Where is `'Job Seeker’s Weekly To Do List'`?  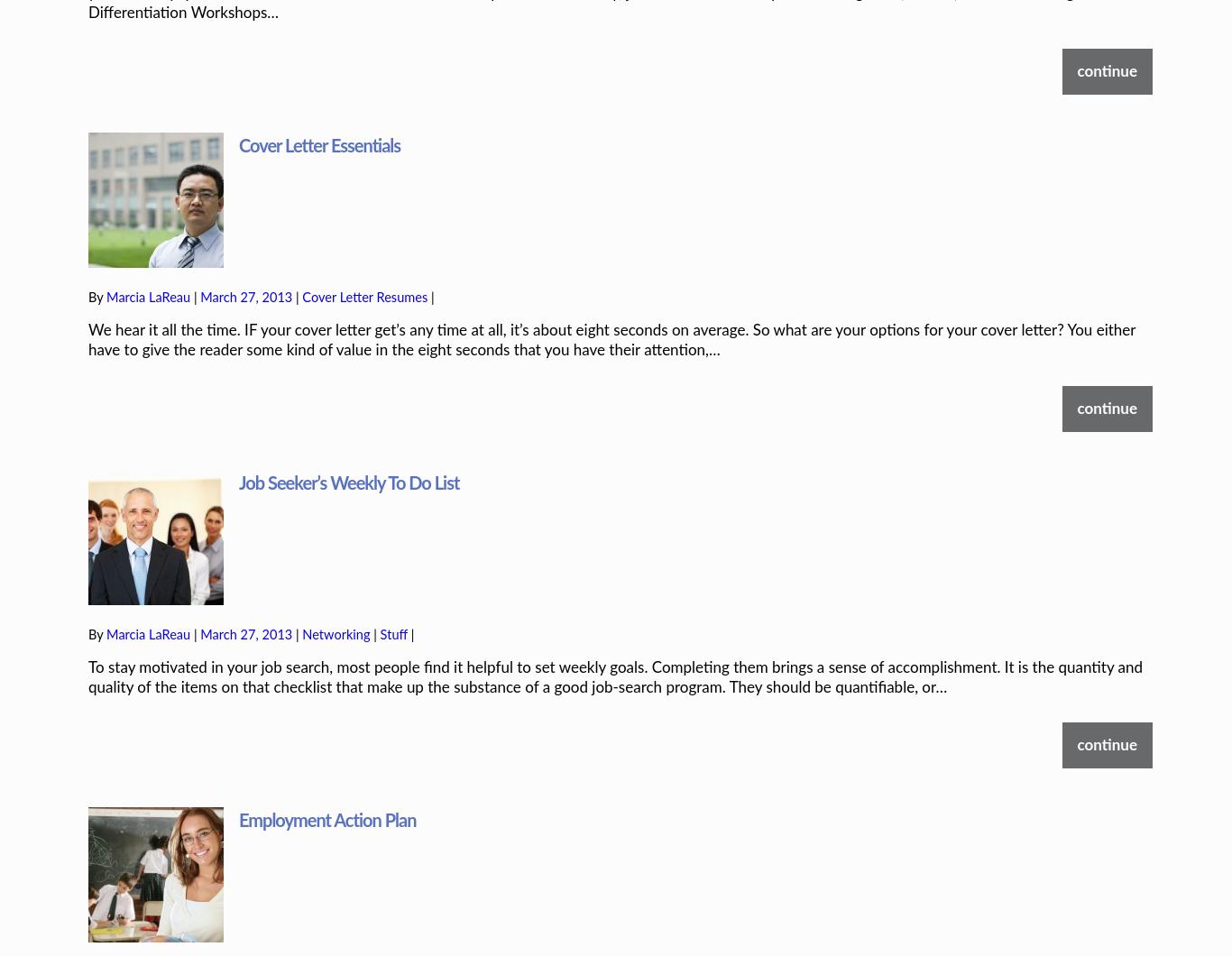 'Job Seeker’s Weekly To Do List' is located at coordinates (347, 422).